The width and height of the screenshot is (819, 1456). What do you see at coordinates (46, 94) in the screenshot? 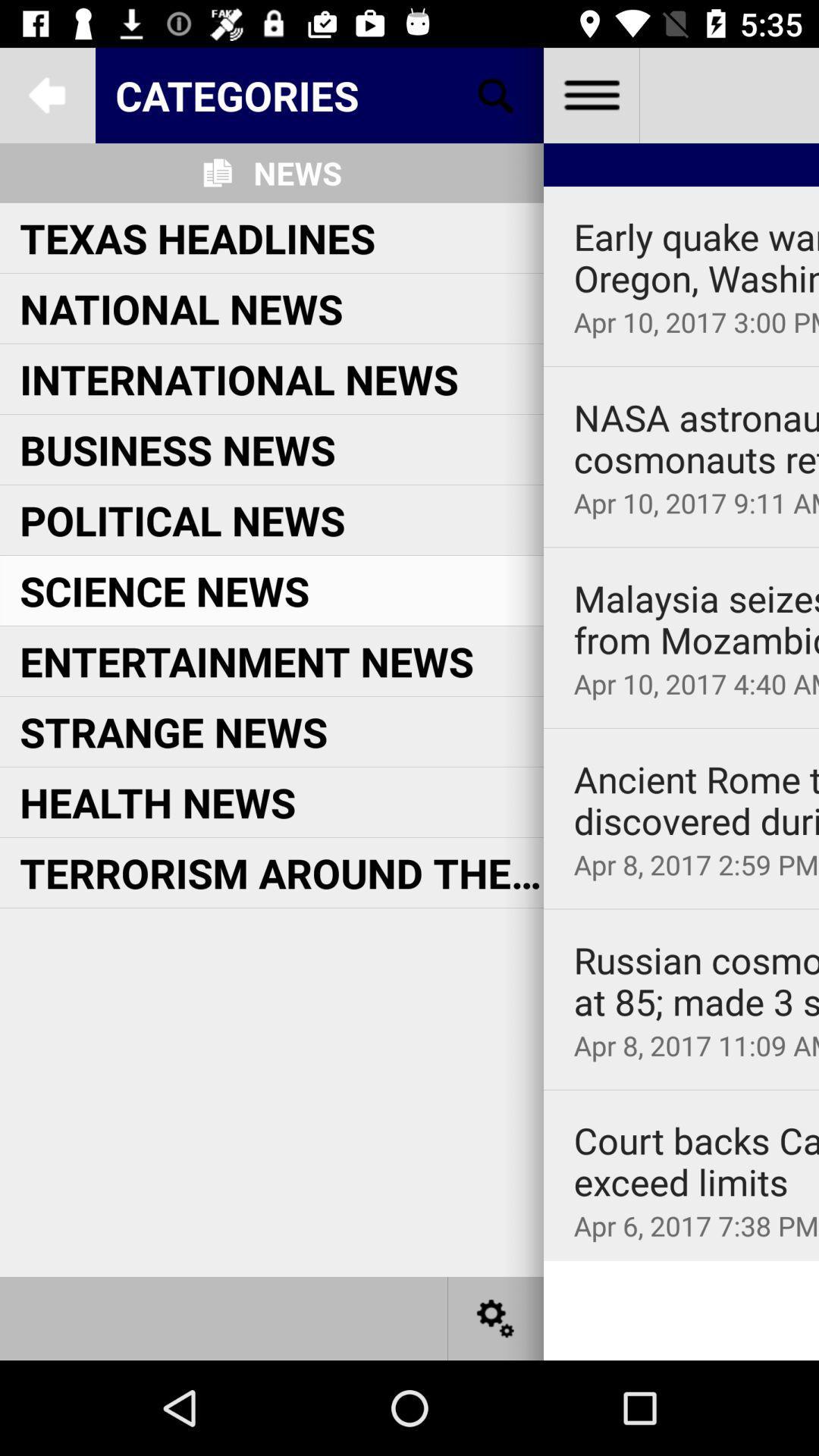
I see `click arrow to go to previous screen or page` at bounding box center [46, 94].